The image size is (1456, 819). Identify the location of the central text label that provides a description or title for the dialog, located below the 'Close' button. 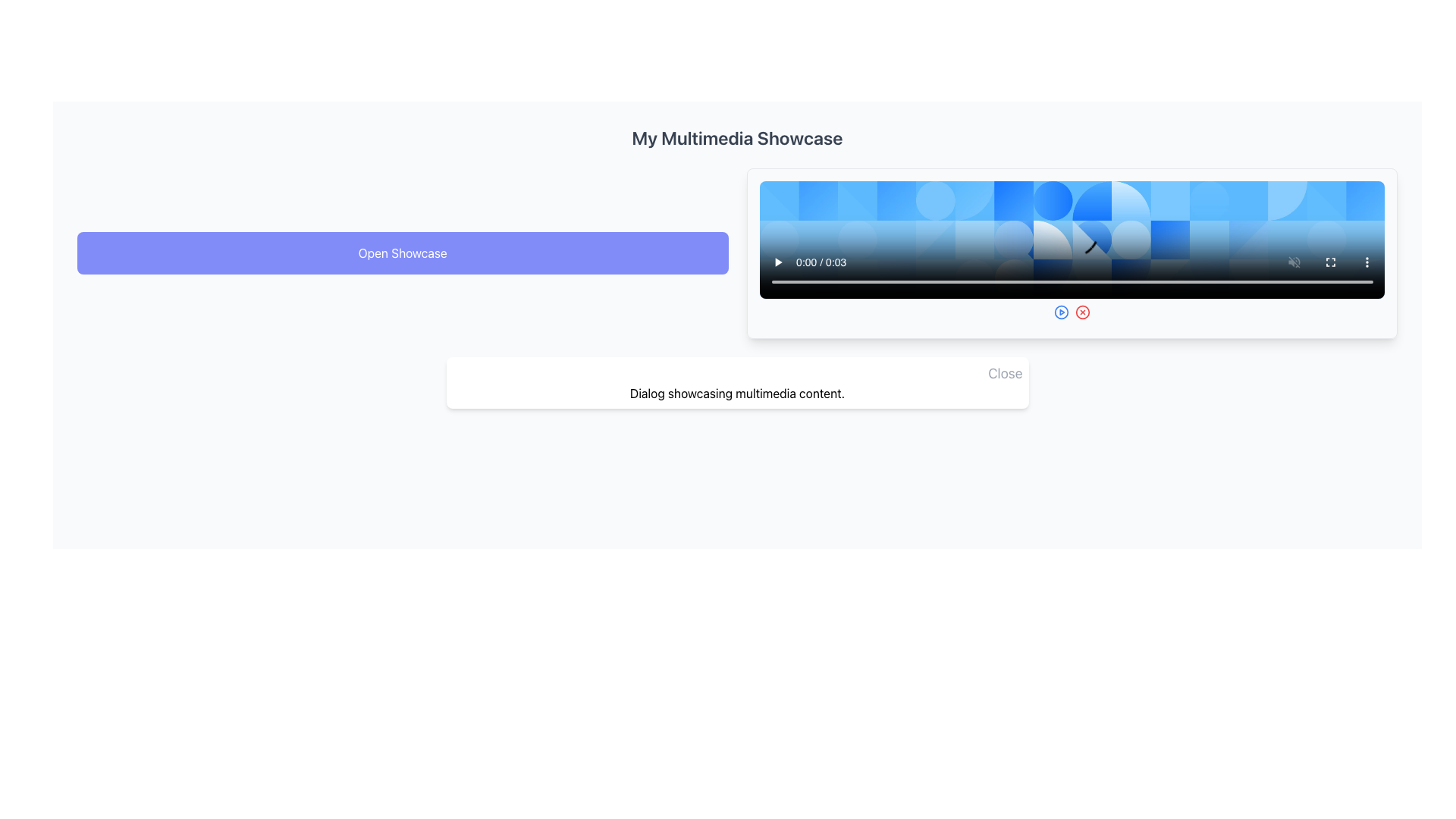
(737, 392).